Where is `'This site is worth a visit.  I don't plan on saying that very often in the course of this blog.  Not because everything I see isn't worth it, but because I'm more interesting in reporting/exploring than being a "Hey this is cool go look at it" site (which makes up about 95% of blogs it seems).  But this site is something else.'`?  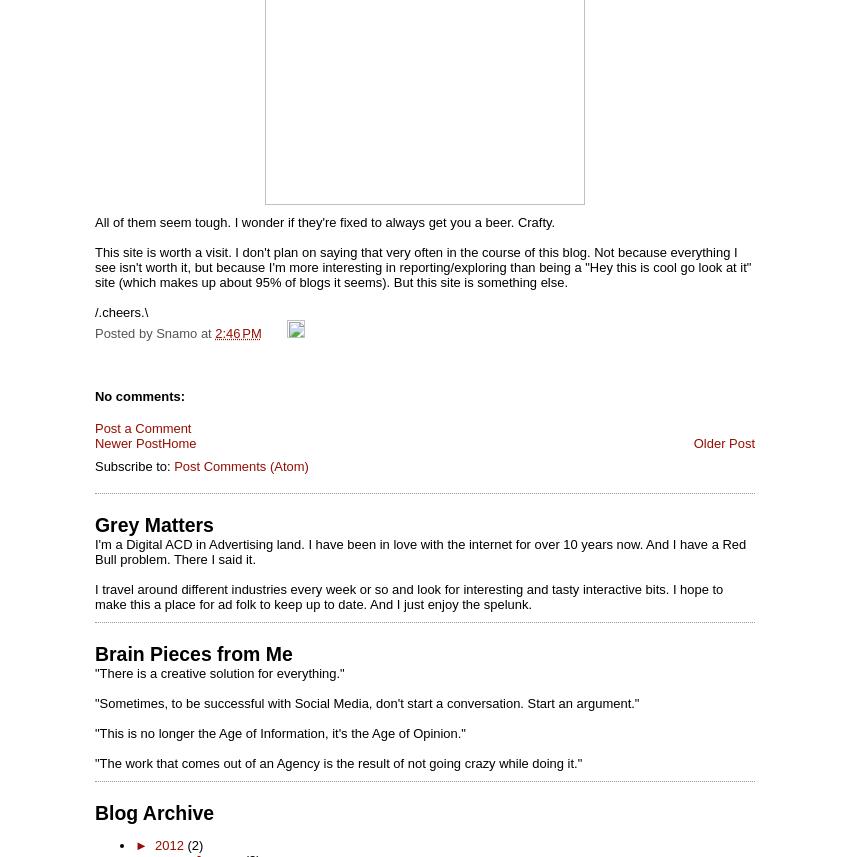 'This site is worth a visit.  I don't plan on saying that very often in the course of this blog.  Not because everything I see isn't worth it, but because I'm more interesting in reporting/exploring than being a "Hey this is cool go look at it" site (which makes up about 95% of blogs it seems).  But this site is something else.' is located at coordinates (422, 267).